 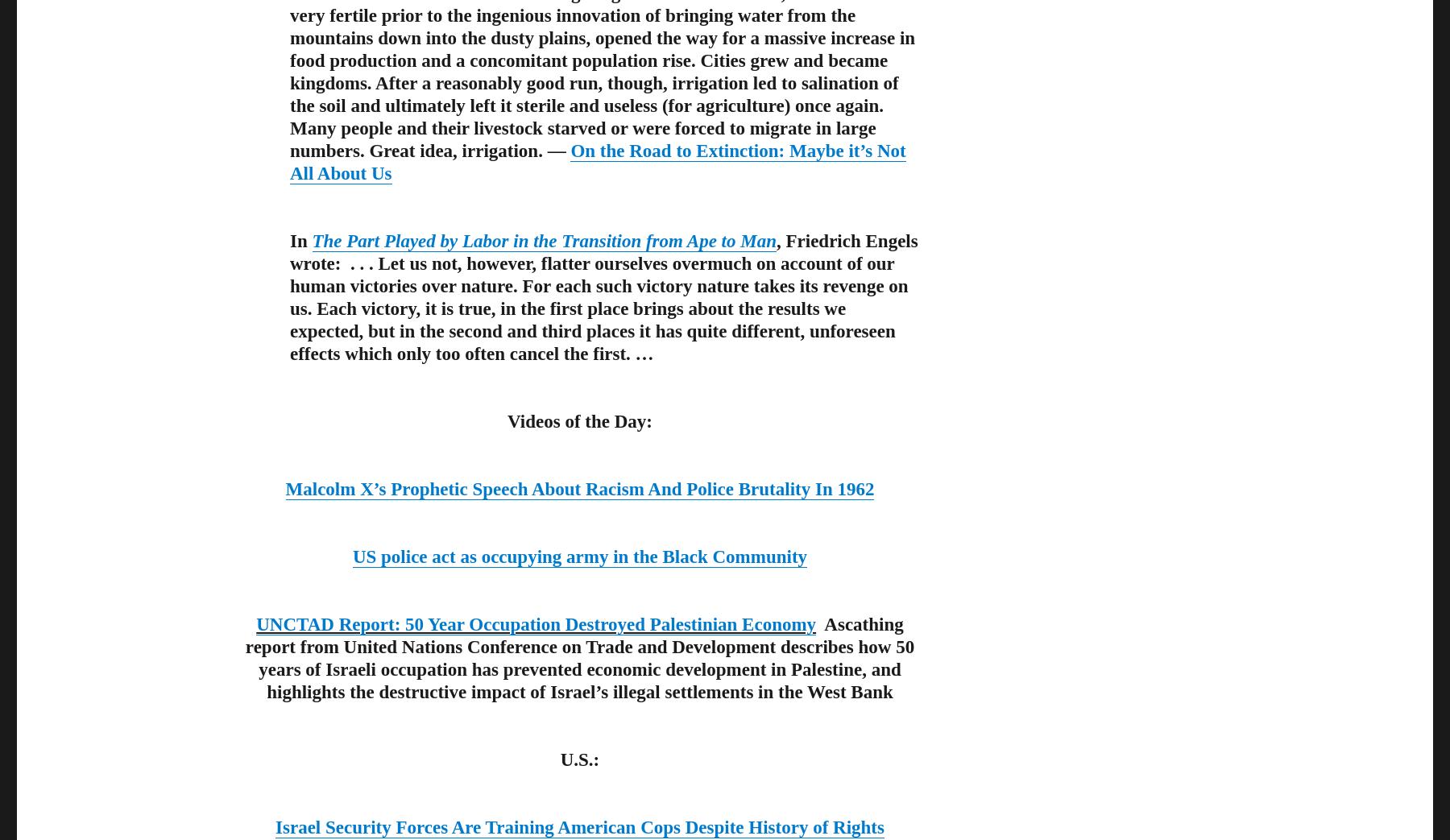 What do you see at coordinates (285, 488) in the screenshot?
I see `'Malcolm X’s Prophetic Speech About Racism And Police Brutality In 1962'` at bounding box center [285, 488].